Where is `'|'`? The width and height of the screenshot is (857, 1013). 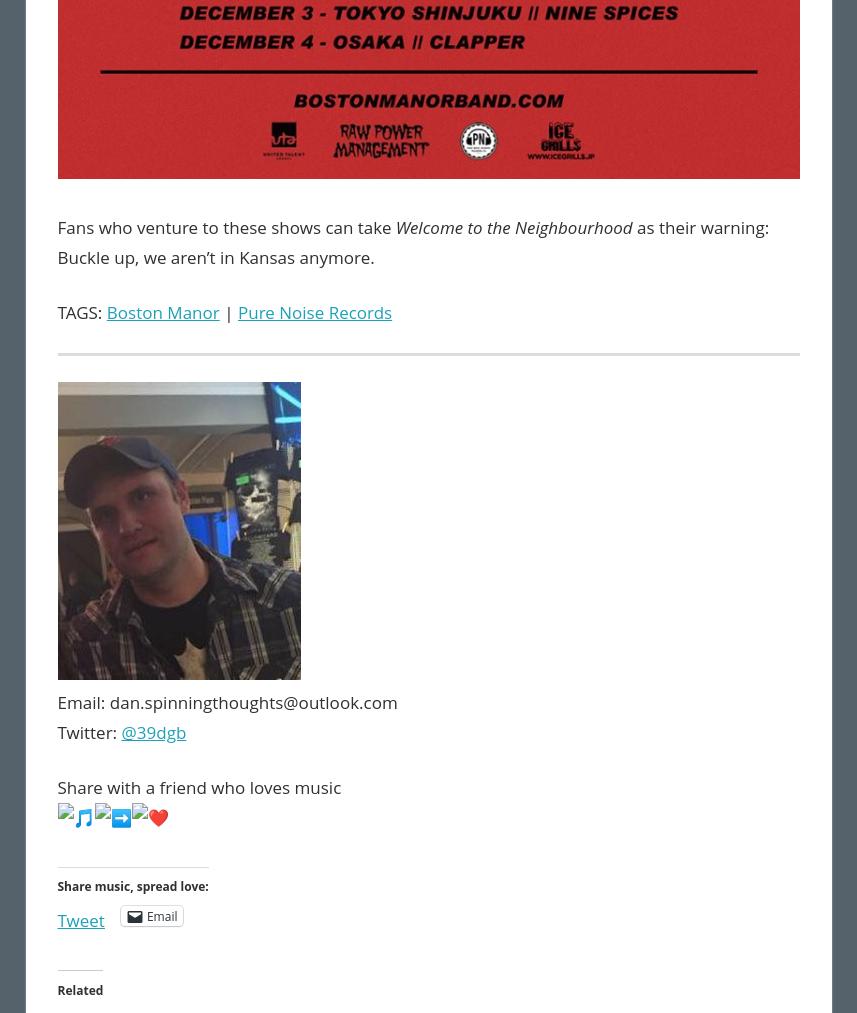 '|' is located at coordinates (217, 311).